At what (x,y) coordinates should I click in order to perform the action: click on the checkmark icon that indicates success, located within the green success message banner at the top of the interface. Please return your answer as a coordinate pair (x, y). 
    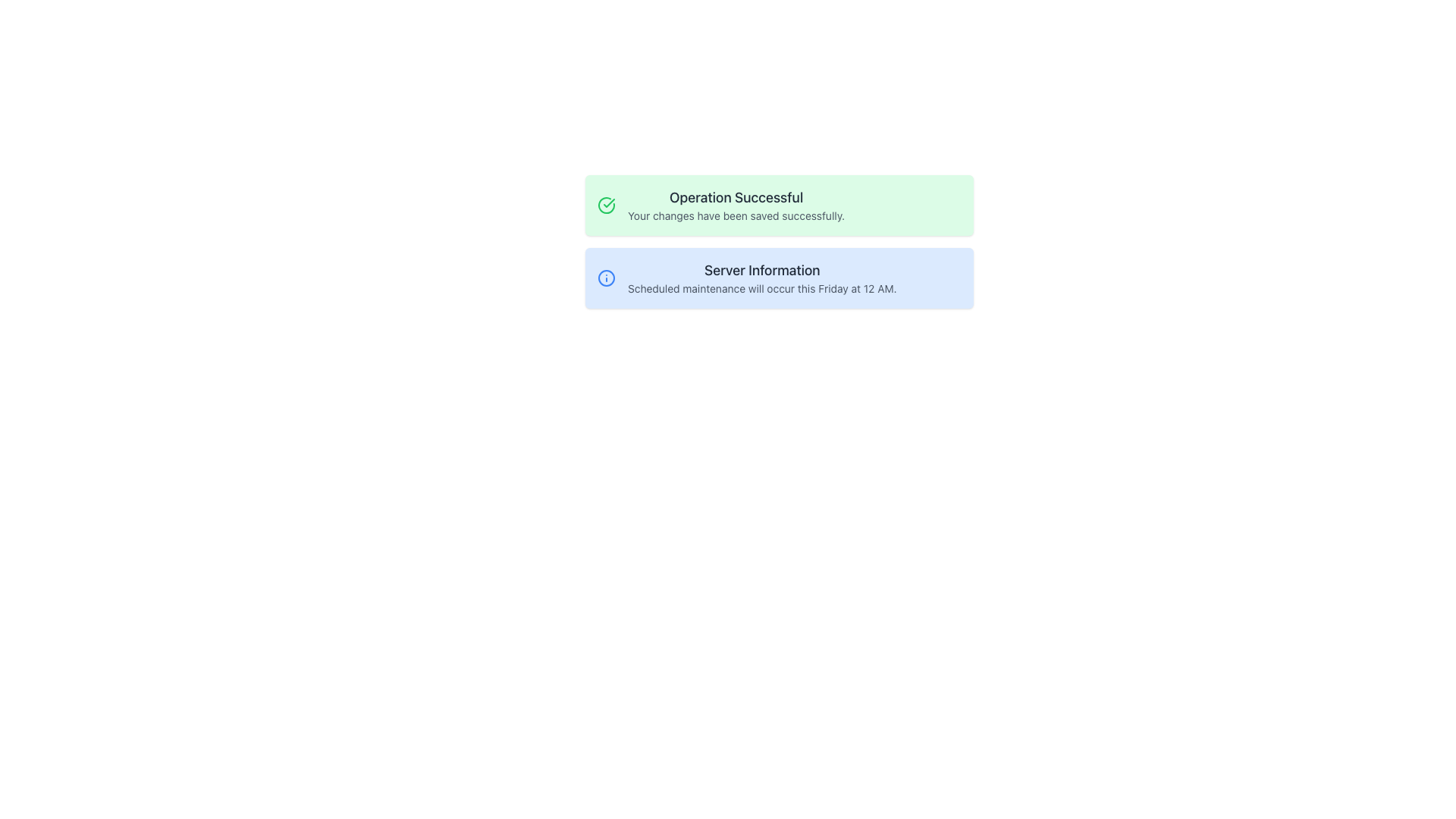
    Looking at the image, I should click on (609, 202).